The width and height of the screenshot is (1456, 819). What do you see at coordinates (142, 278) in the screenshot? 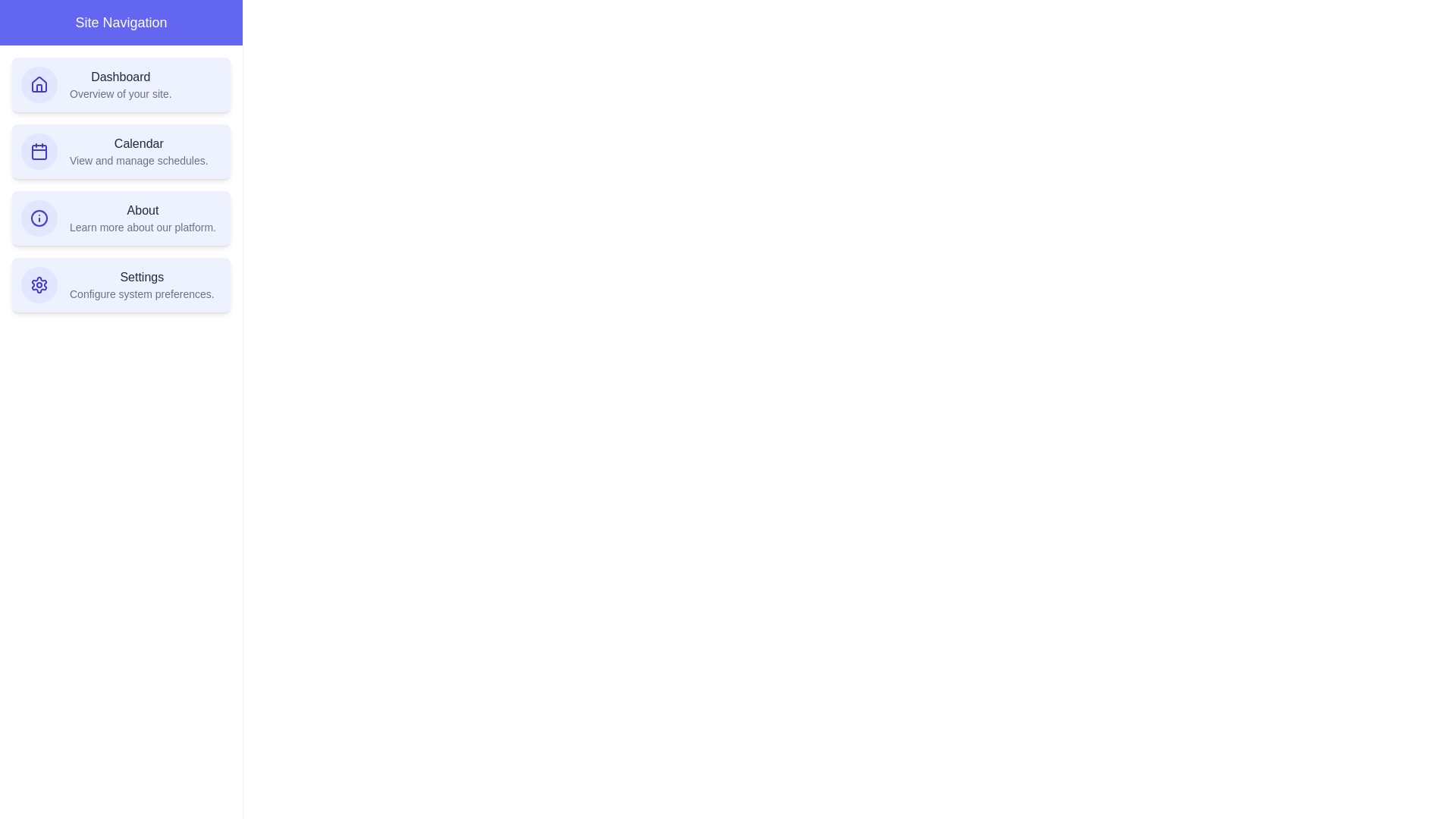
I see `the text of the navigation item Settings` at bounding box center [142, 278].